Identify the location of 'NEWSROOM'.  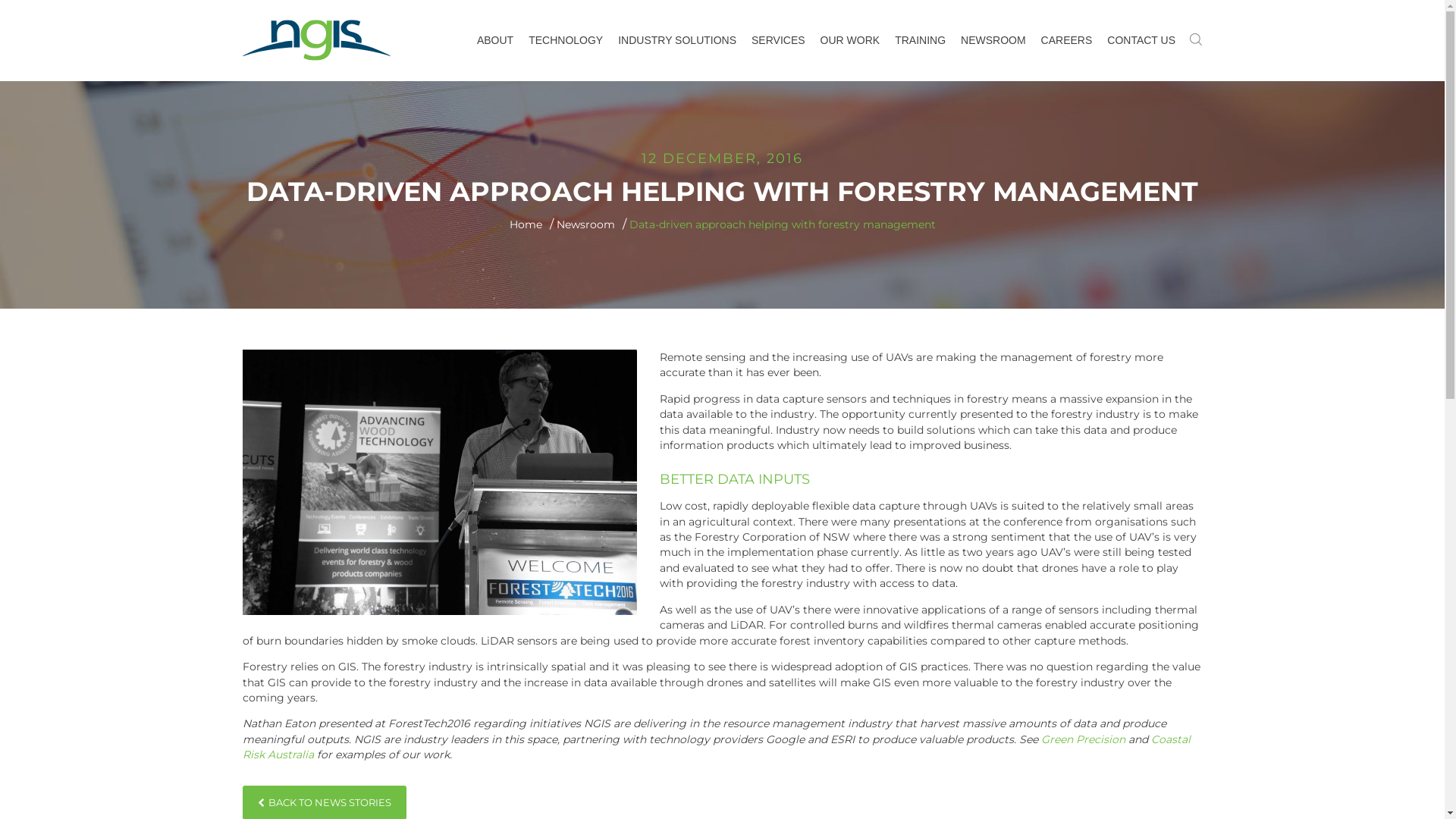
(993, 39).